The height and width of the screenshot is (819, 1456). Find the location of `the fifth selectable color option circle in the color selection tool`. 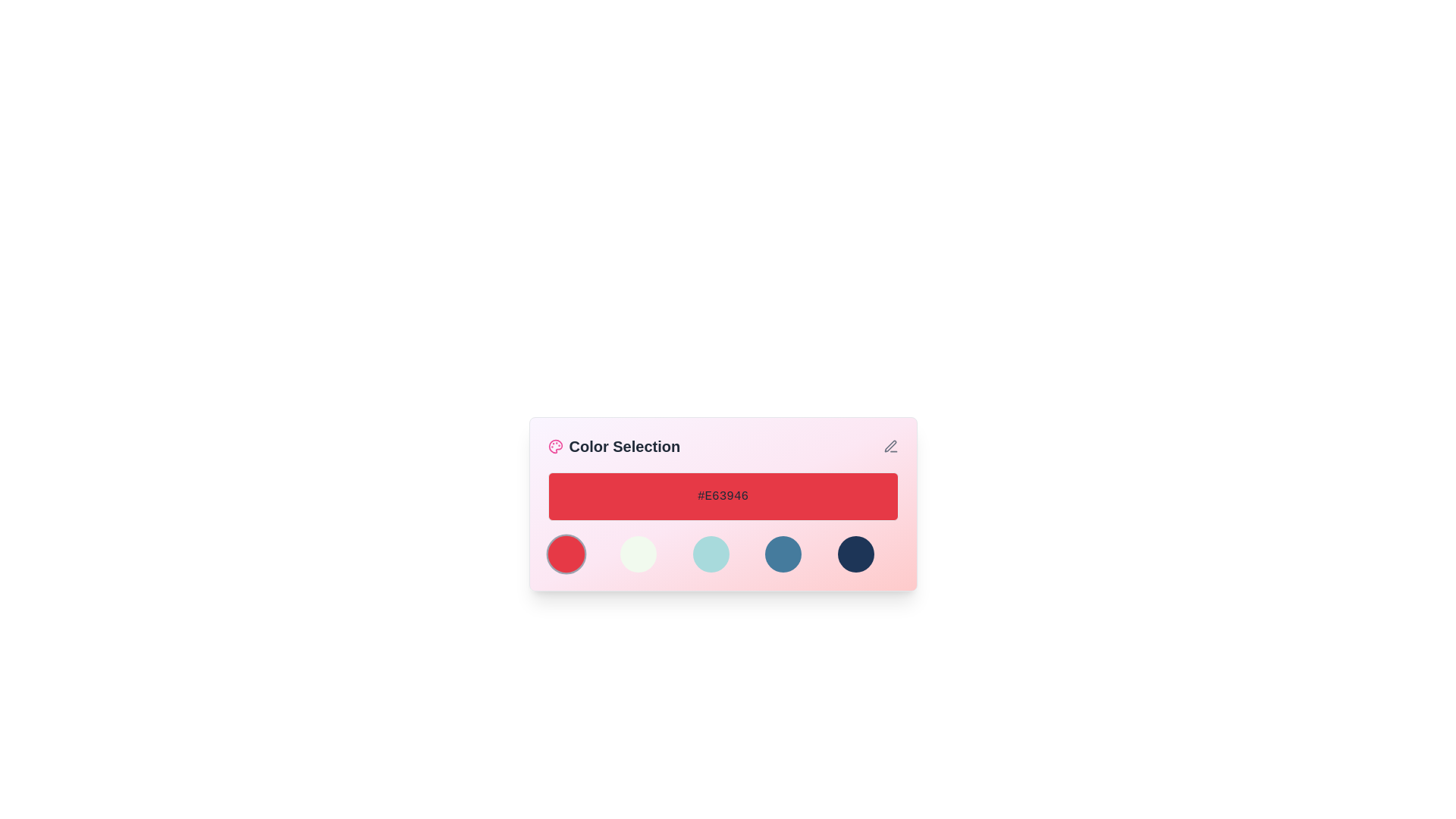

the fifth selectable color option circle in the color selection tool is located at coordinates (855, 554).